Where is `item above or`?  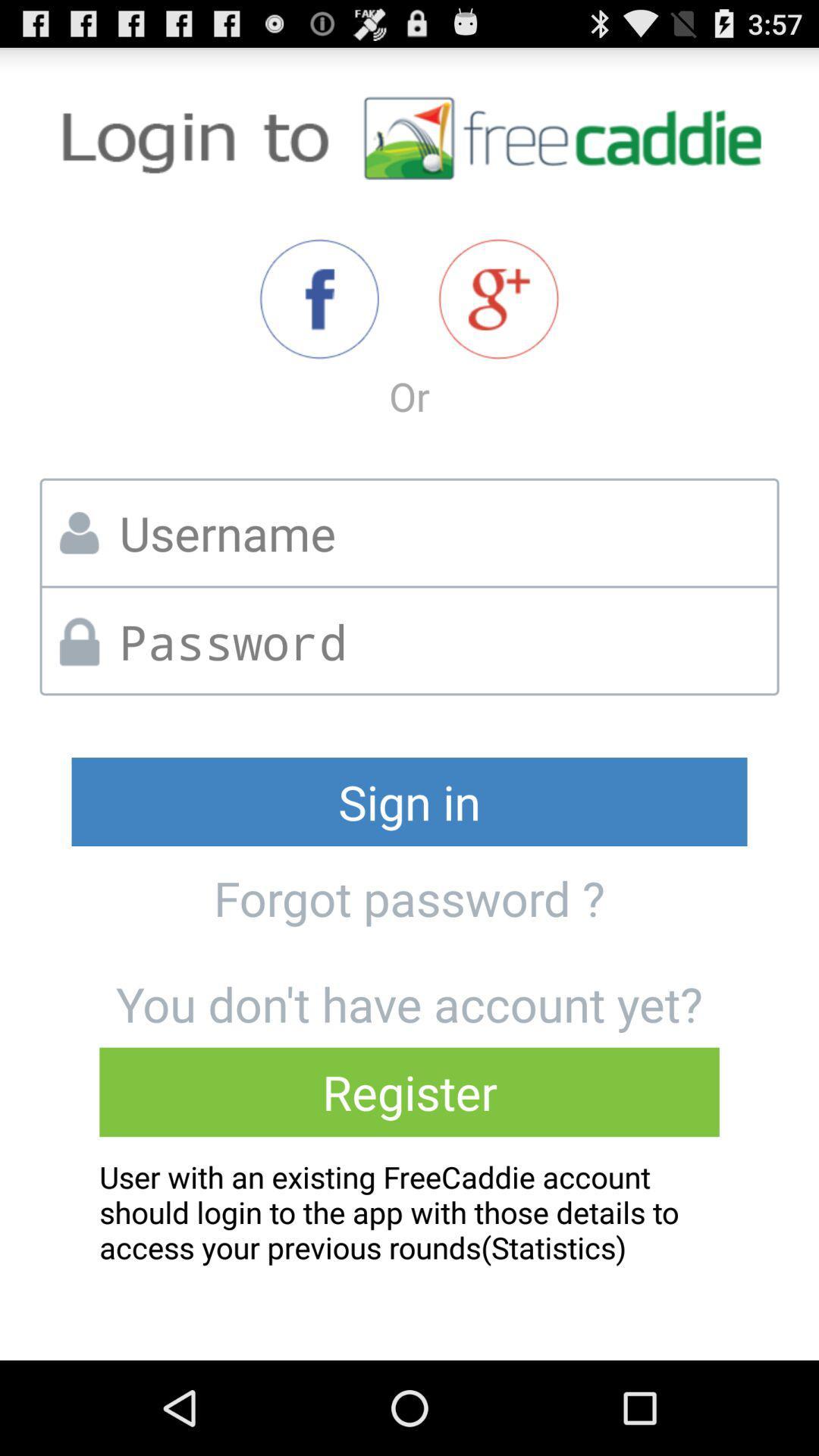 item above or is located at coordinates (498, 299).